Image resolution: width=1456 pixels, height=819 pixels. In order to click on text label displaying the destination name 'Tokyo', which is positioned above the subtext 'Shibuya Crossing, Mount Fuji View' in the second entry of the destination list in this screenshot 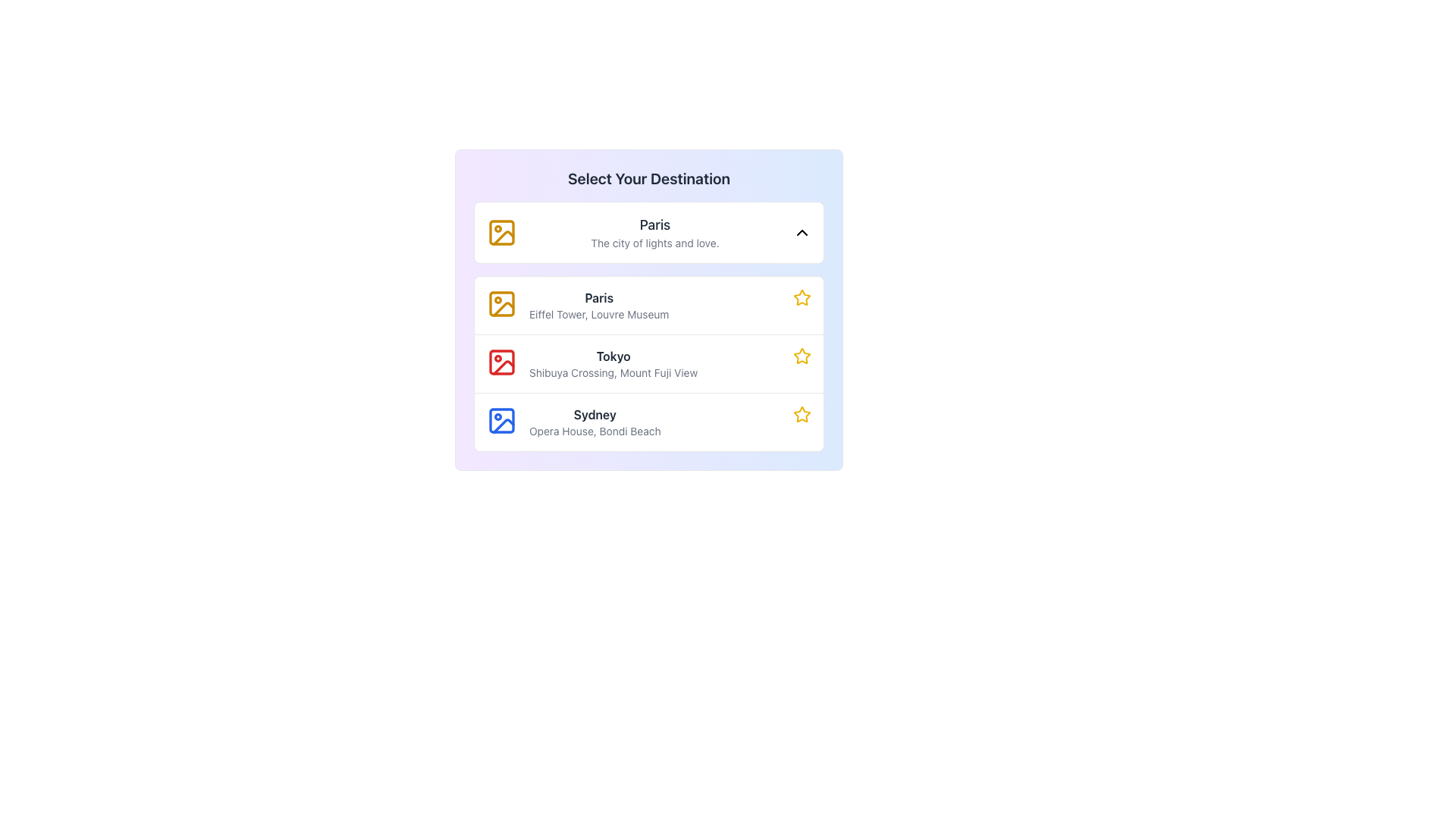, I will do `click(613, 356)`.